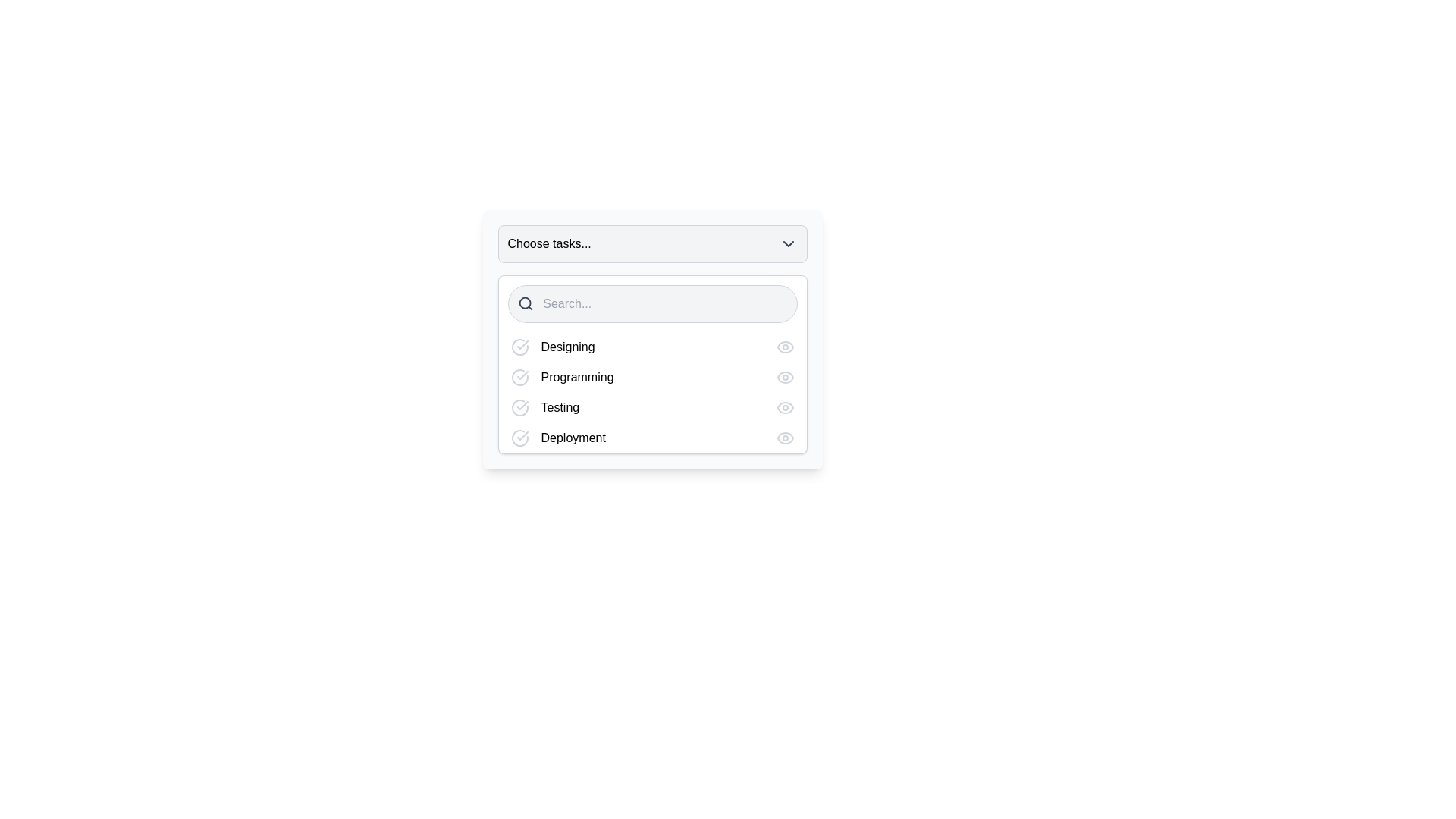  I want to click on the checkmark icon within the circular context that is adjacent to the 'Testing' list item in the dropdown menu, so click(522, 405).